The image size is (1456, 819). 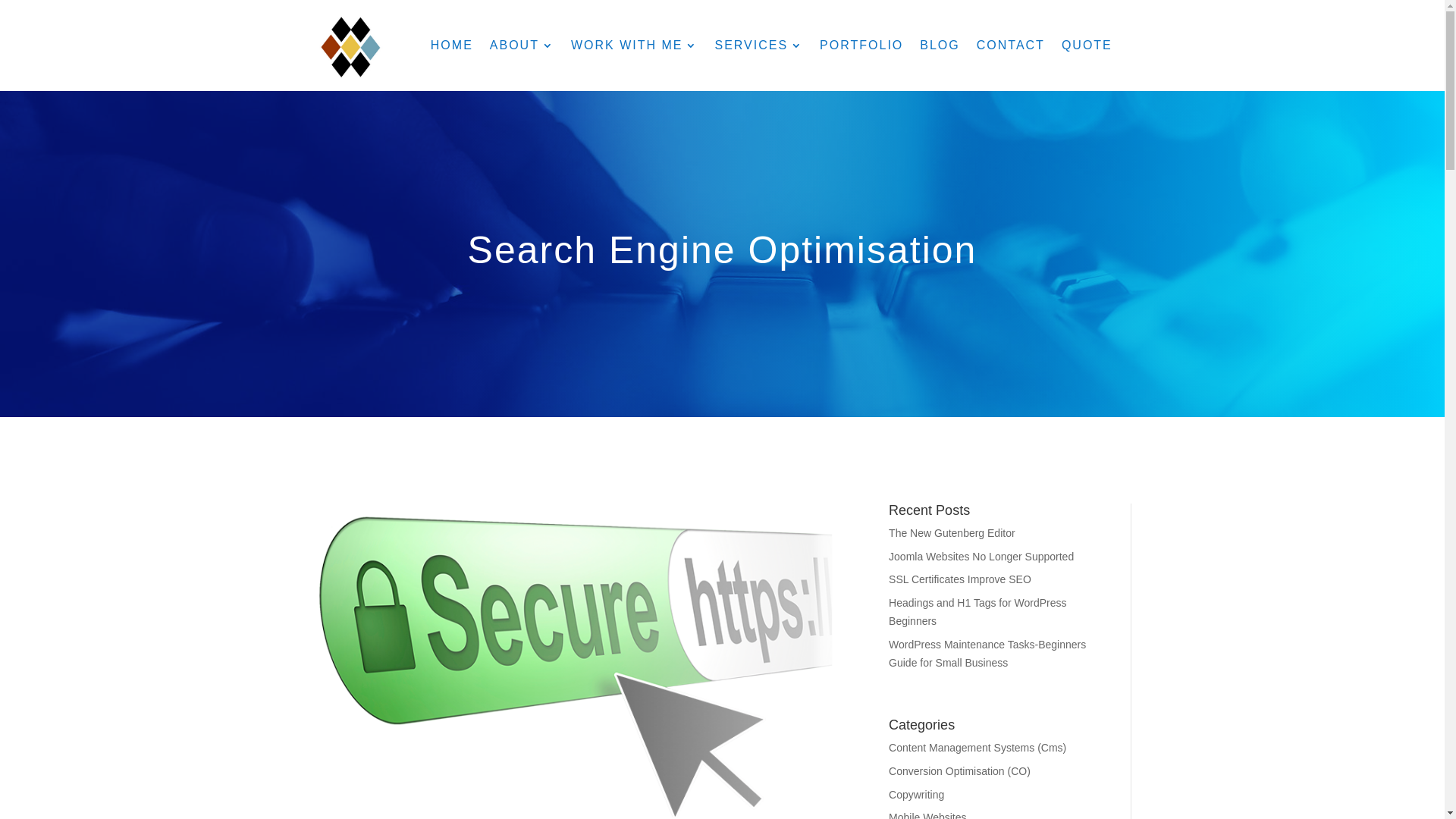 What do you see at coordinates (938, 45) in the screenshot?
I see `'BLOG'` at bounding box center [938, 45].